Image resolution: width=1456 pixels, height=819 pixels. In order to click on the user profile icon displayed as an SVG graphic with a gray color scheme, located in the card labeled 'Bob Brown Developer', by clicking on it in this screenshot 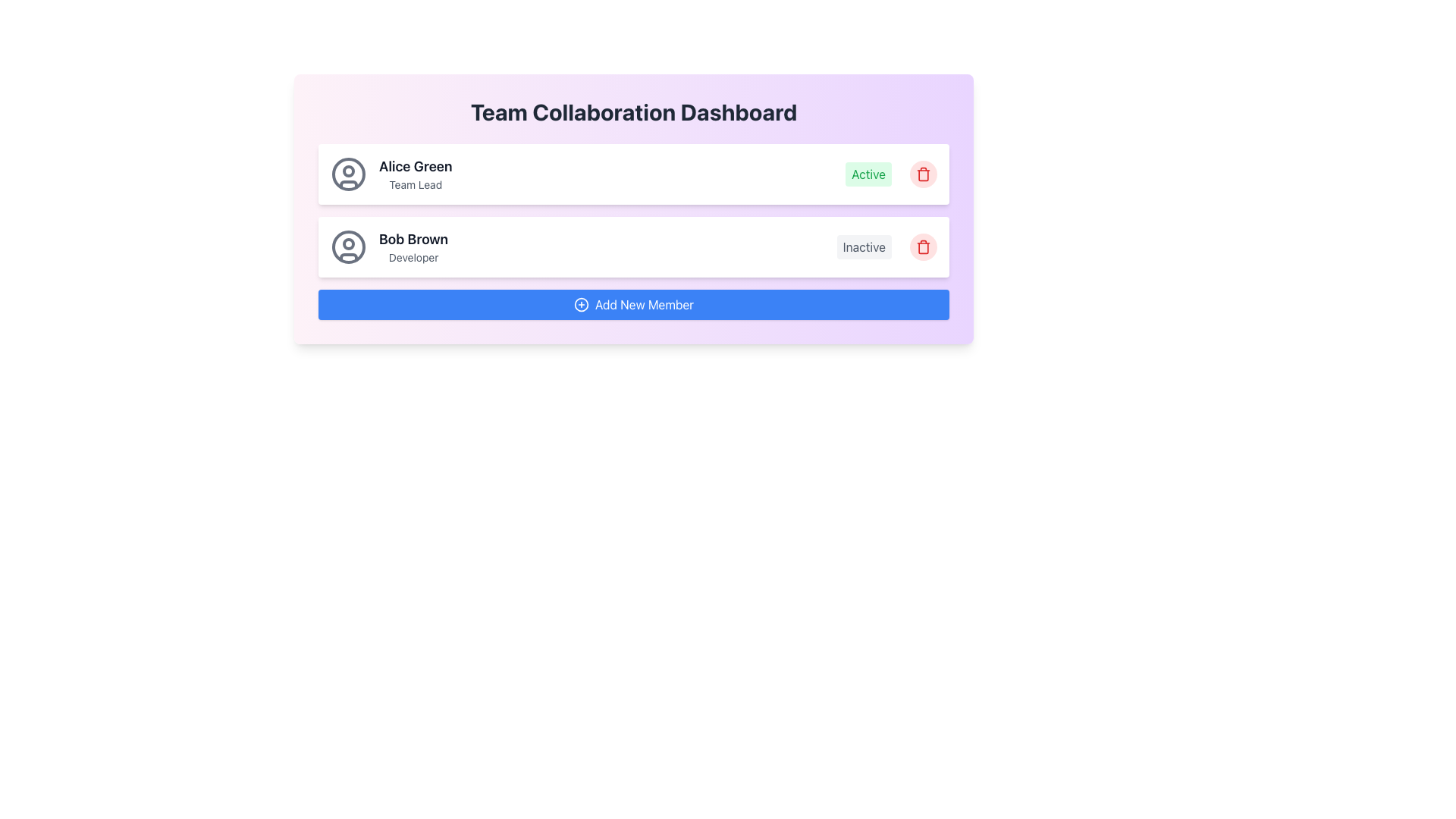, I will do `click(348, 246)`.